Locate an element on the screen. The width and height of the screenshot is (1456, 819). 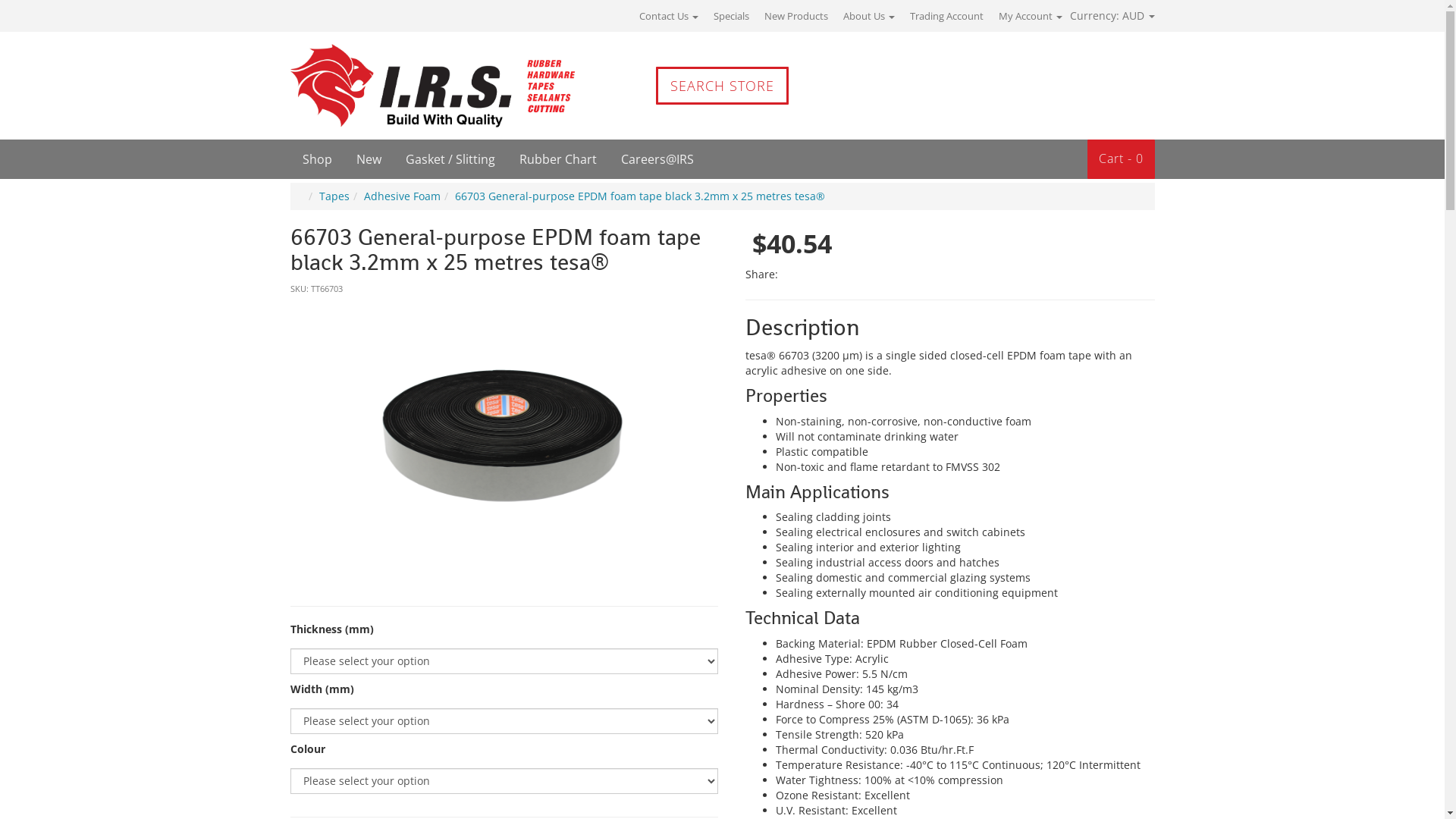
'Contact Us' is located at coordinates (667, 15).